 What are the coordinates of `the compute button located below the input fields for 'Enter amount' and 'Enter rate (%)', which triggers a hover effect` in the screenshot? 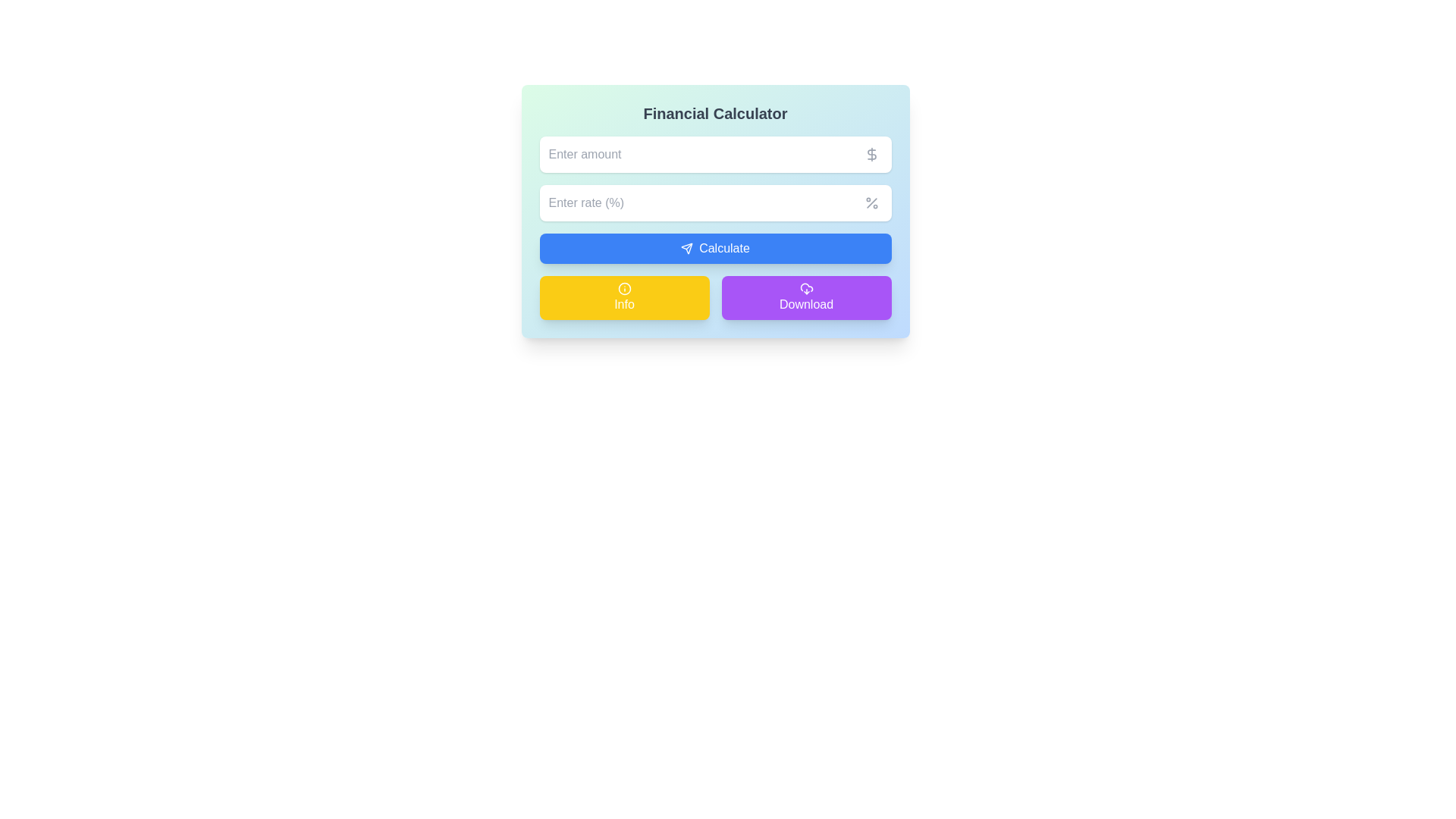 It's located at (714, 247).